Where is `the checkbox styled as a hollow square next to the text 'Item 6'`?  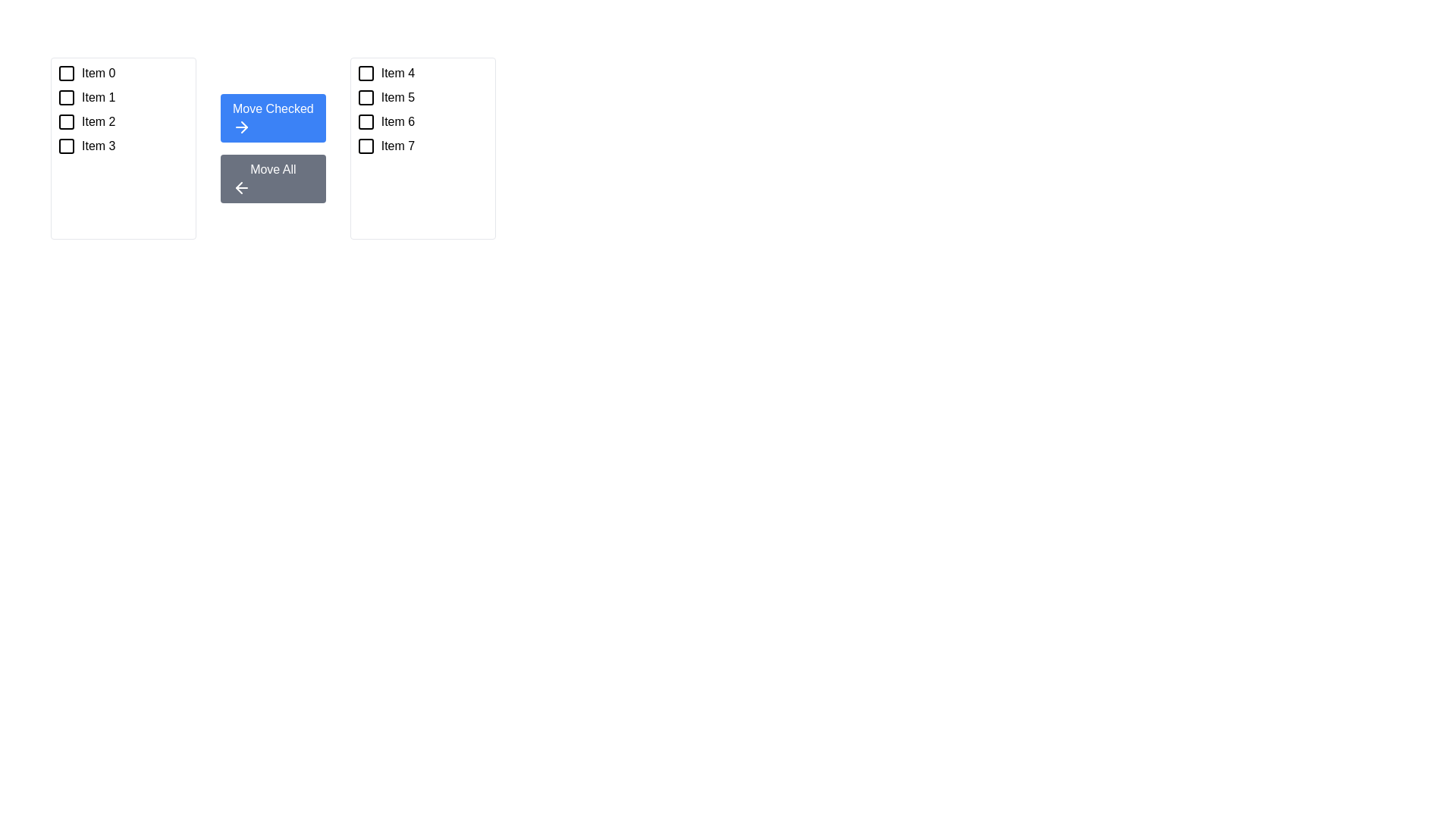
the checkbox styled as a hollow square next to the text 'Item 6' is located at coordinates (366, 121).